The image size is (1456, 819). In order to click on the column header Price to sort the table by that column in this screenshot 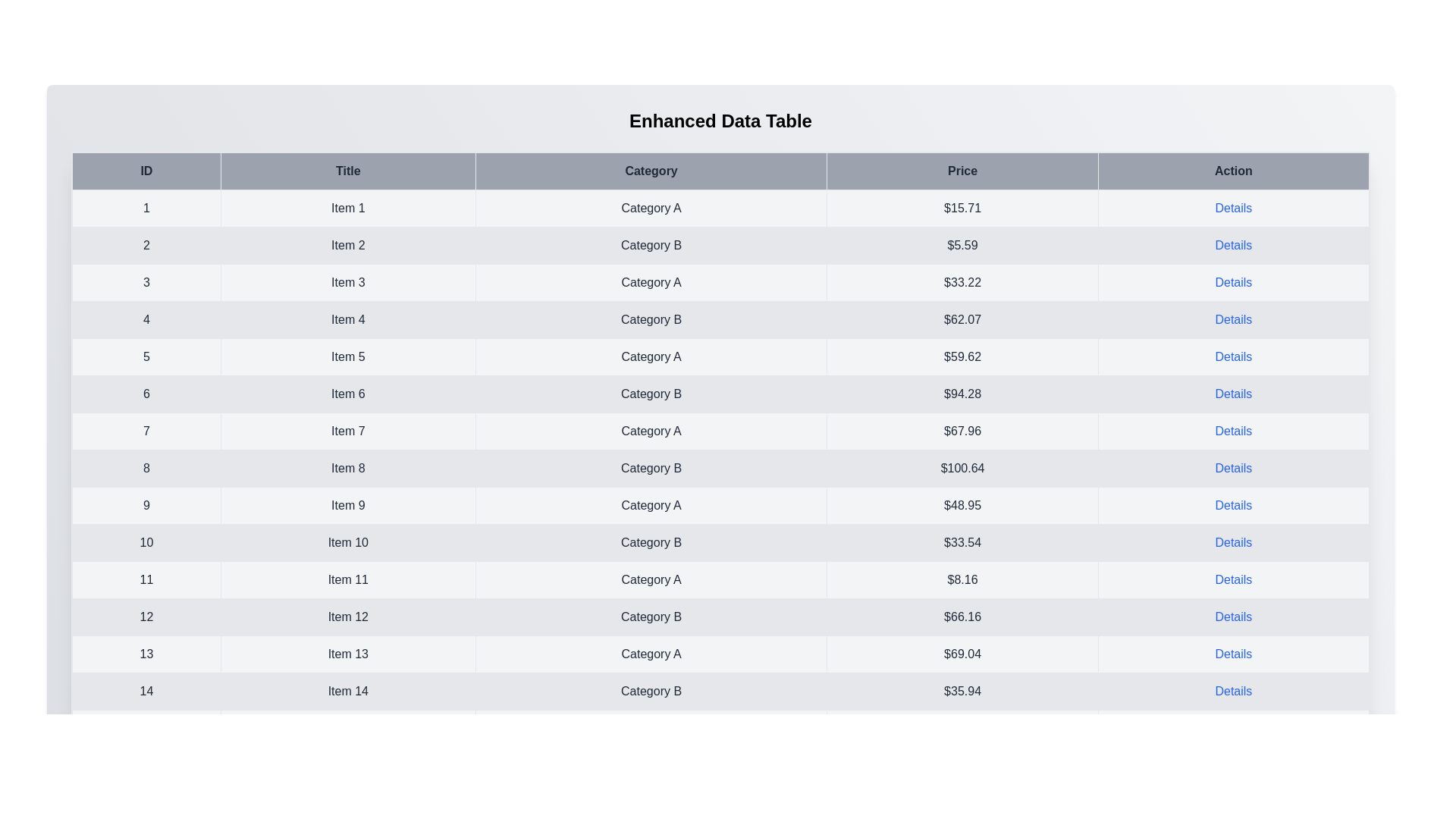, I will do `click(962, 171)`.